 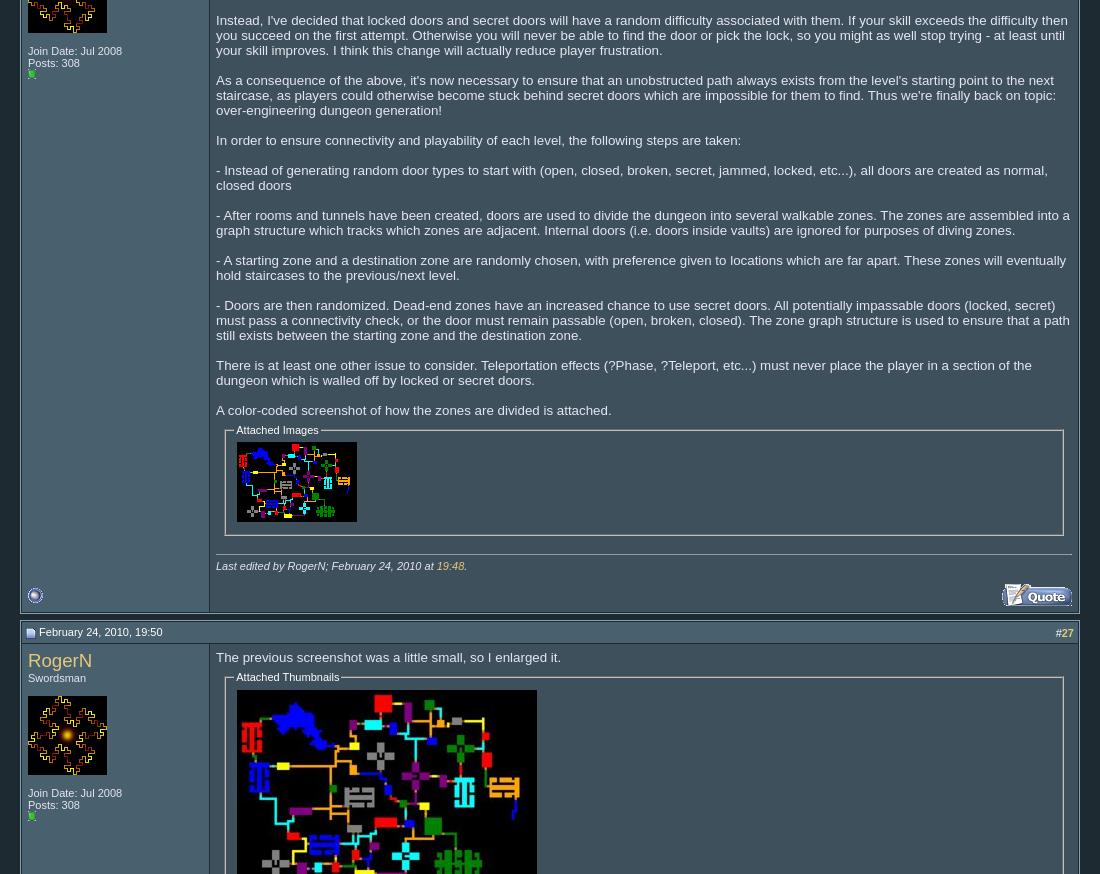 I want to click on '- Instead of generating random door types to start with (open, closed, broken, secret, jammed, locked, etc...), all doors are created as normal, closed doors', so click(x=631, y=175).